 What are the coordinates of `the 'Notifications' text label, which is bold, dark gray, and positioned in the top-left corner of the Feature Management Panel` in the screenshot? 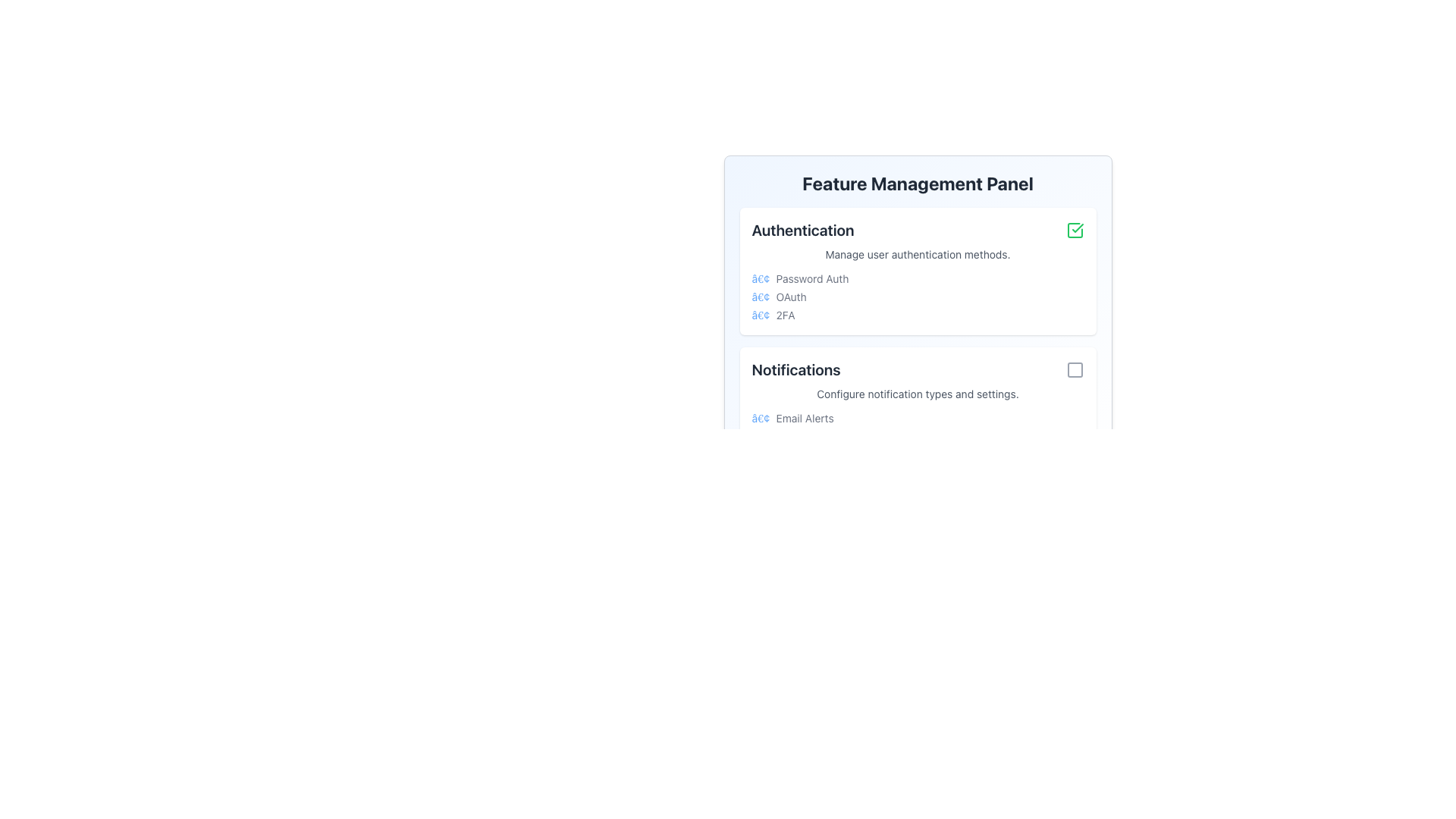 It's located at (795, 370).